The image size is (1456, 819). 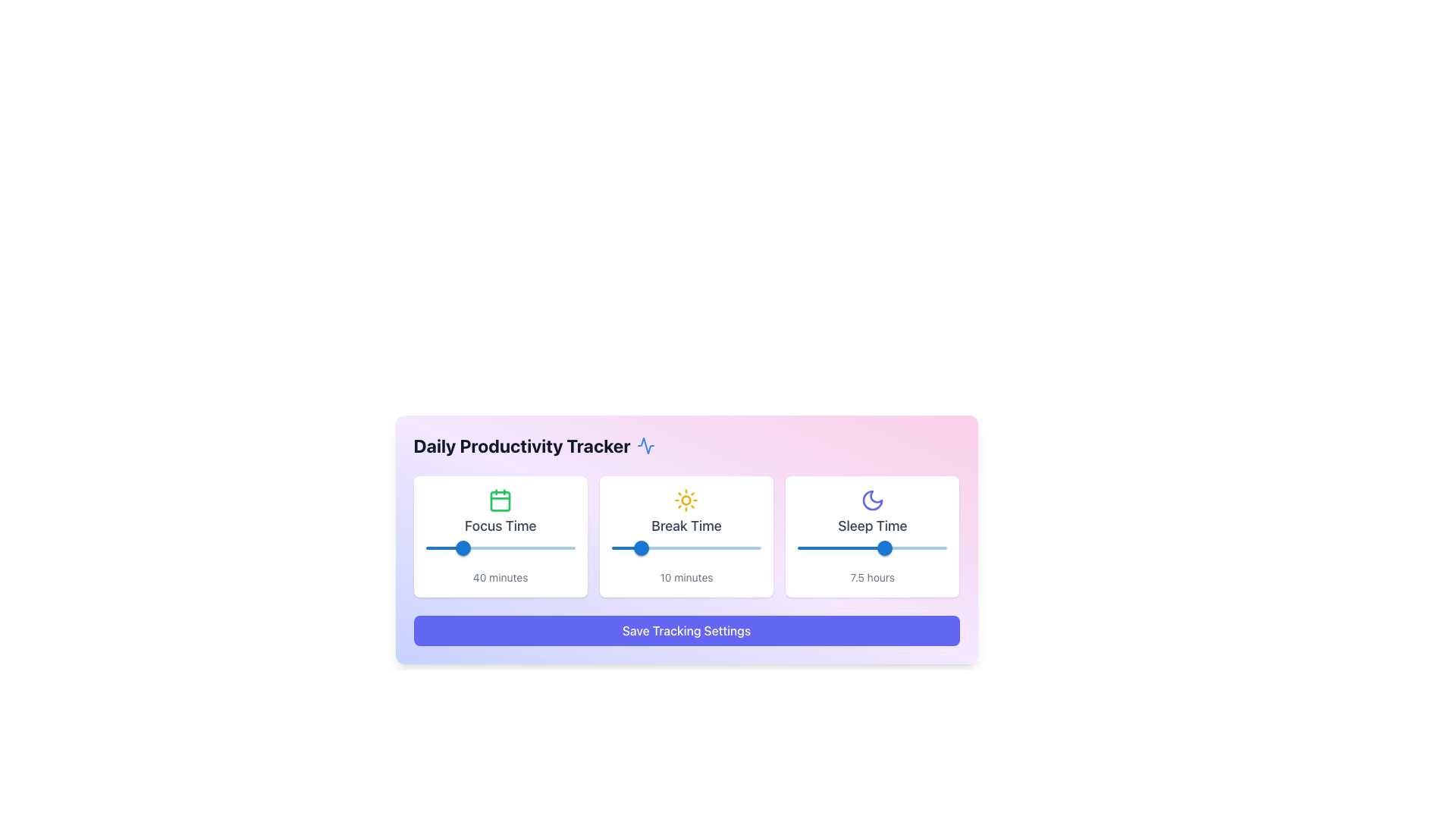 What do you see at coordinates (442, 548) in the screenshot?
I see `the focus time` at bounding box center [442, 548].